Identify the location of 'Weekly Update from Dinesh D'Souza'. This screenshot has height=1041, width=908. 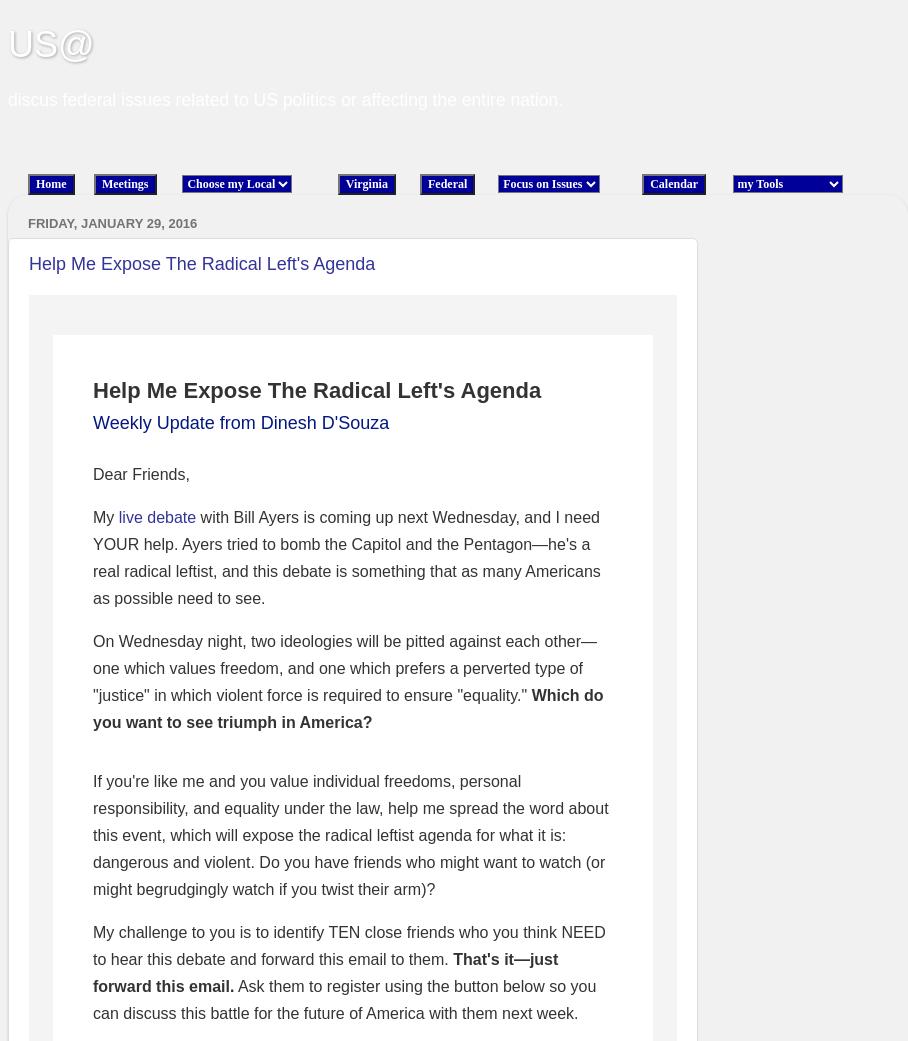
(239, 421).